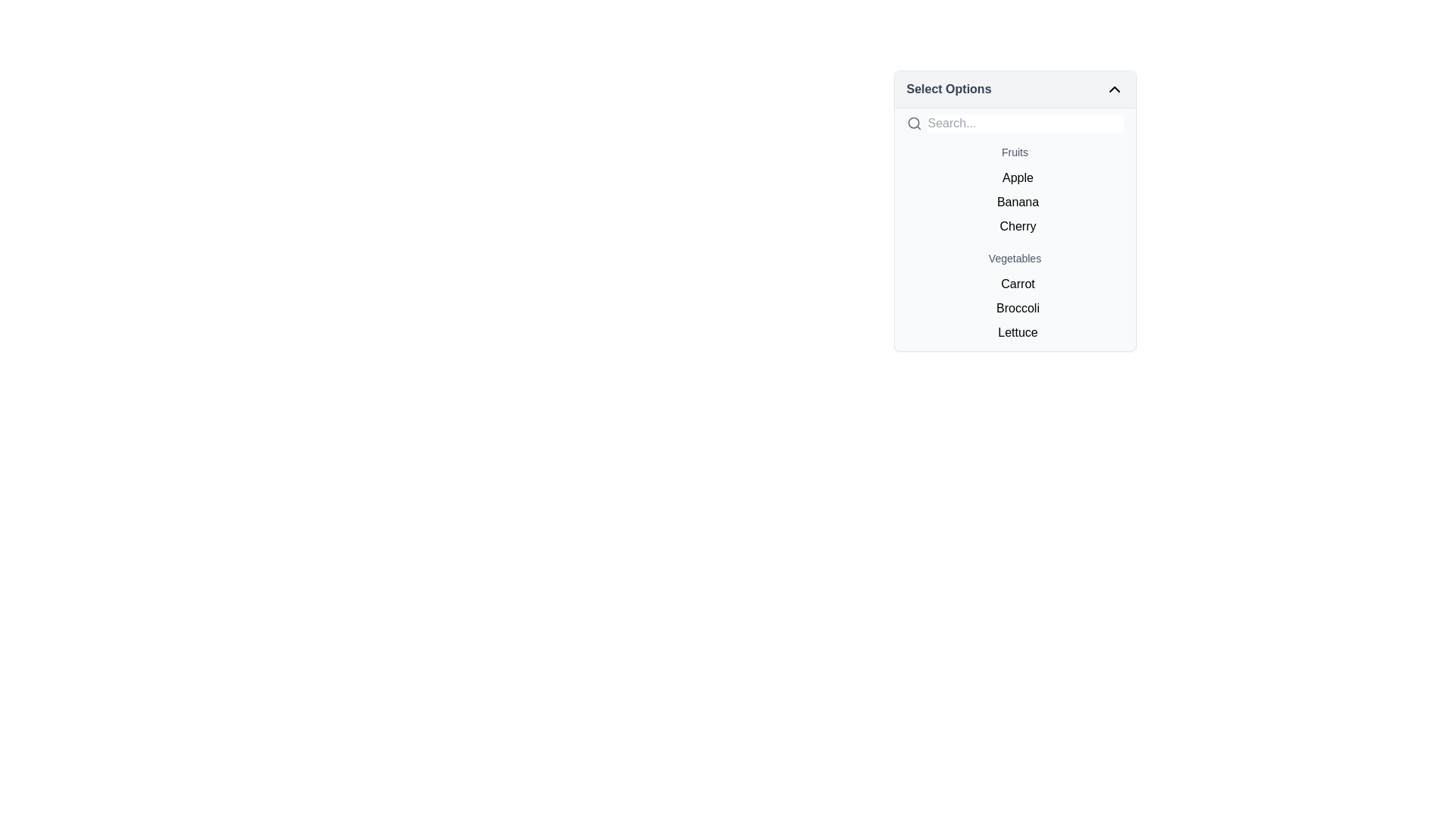  What do you see at coordinates (1015, 198) in the screenshot?
I see `the list element containing the text items 'Apple', 'Banana', and 'Cherry' located in the dropdown menu under the section labeled 'Fruits'` at bounding box center [1015, 198].